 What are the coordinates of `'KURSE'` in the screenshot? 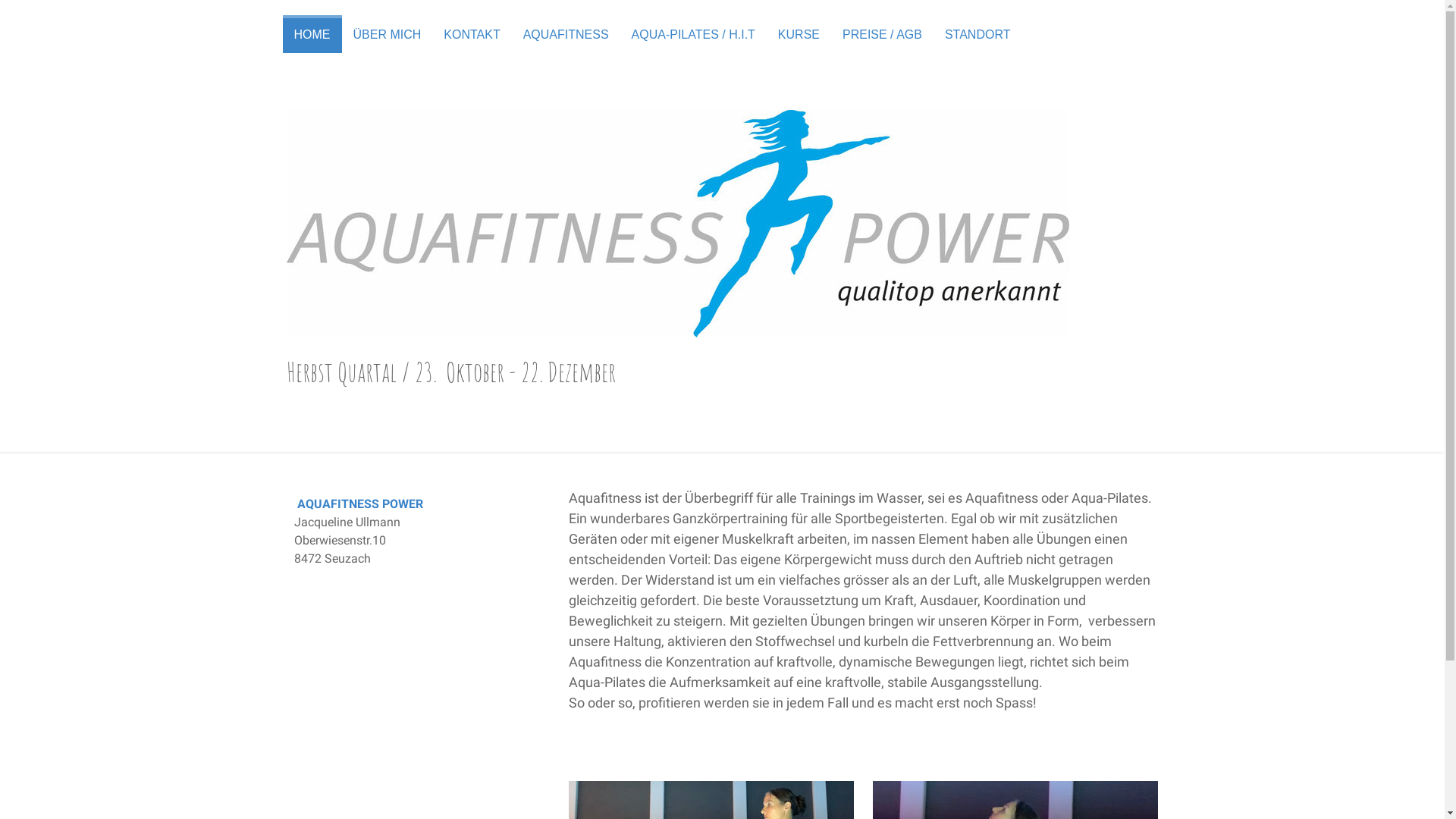 It's located at (798, 34).